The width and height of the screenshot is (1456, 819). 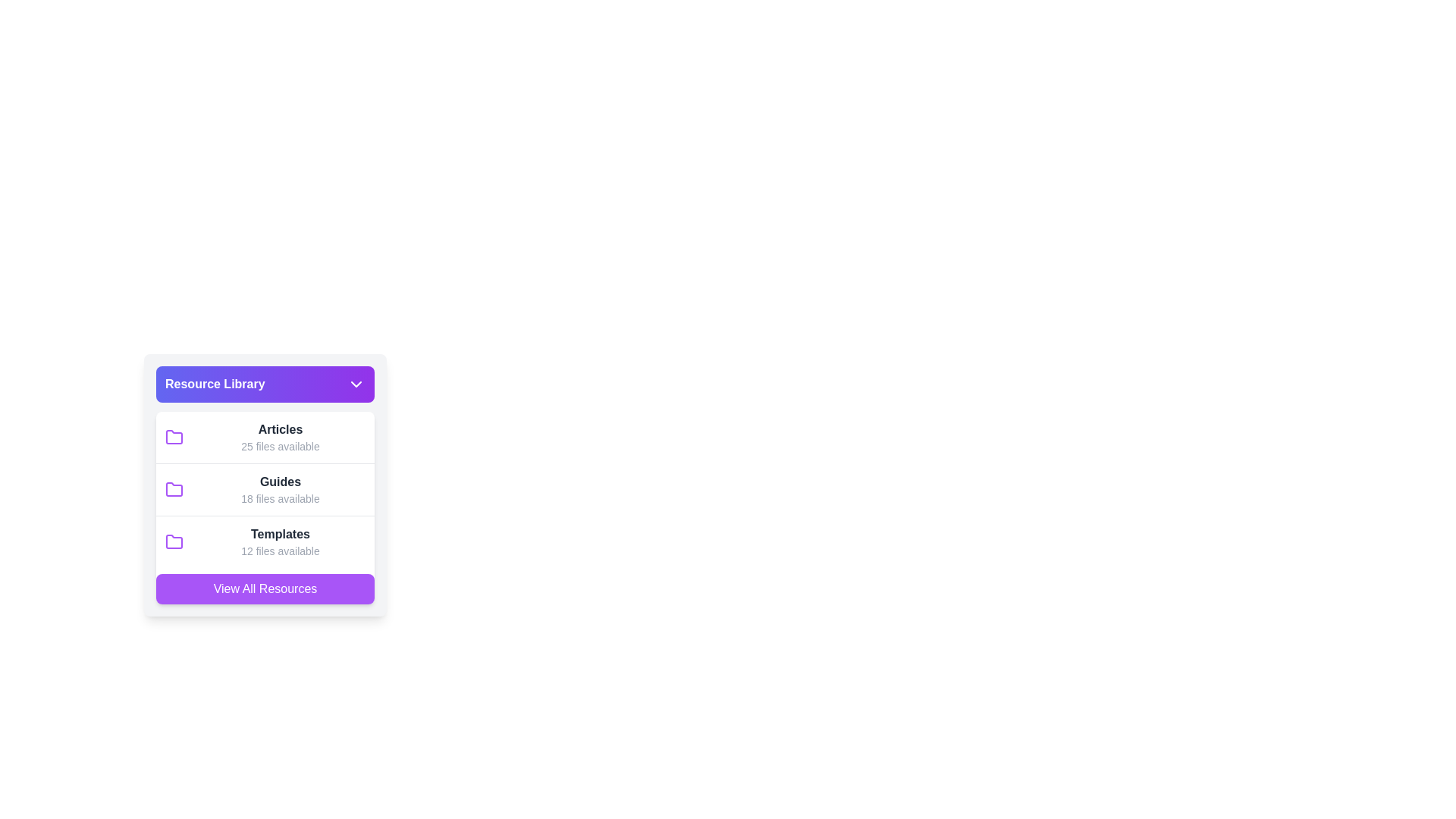 I want to click on the static text label reading '12 files available', which is styled in a small gray font and positioned directly underneath the 'Templates' heading, so click(x=280, y=551).